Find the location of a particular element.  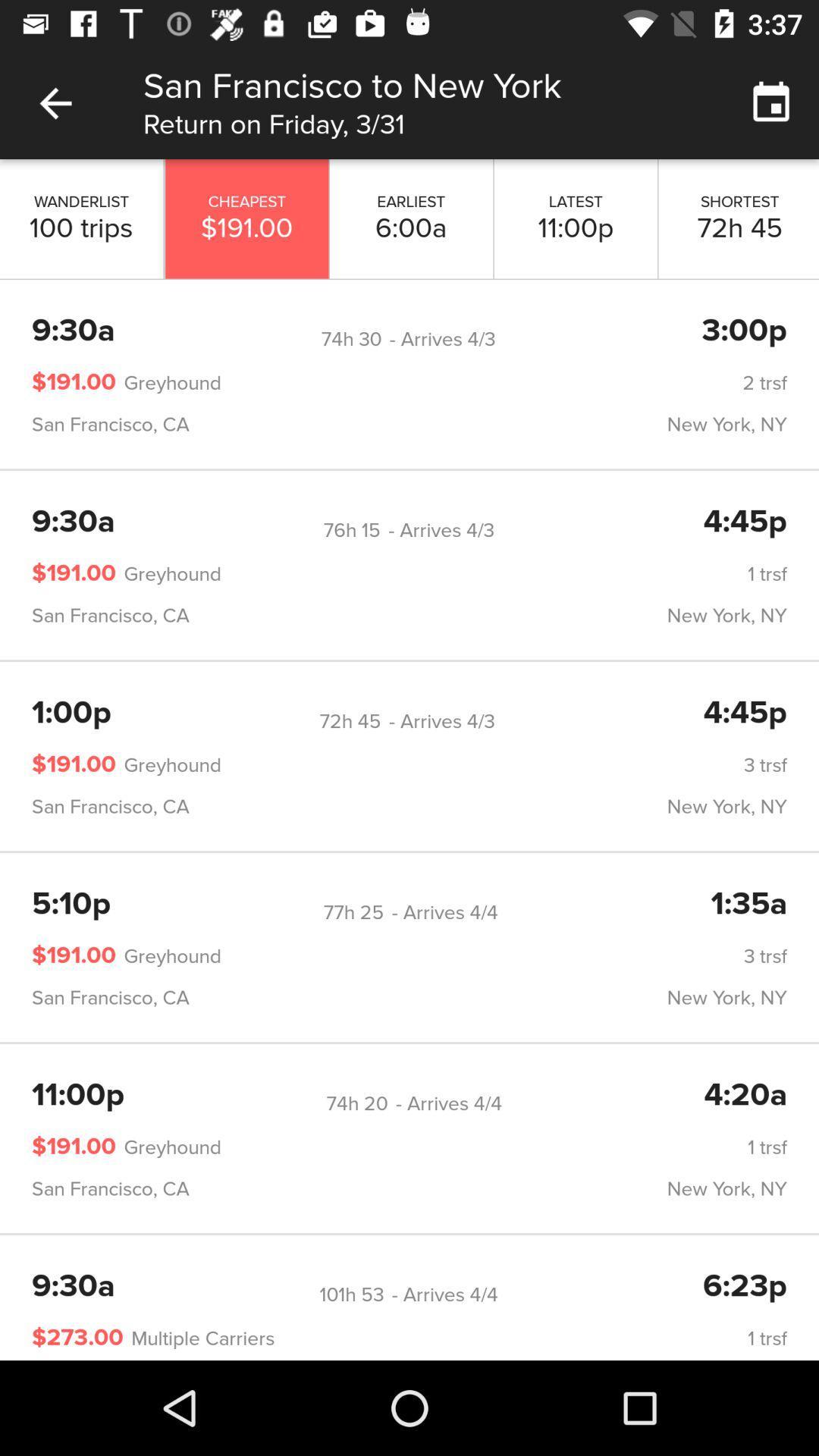

the icon to the left of the san francisco to icon is located at coordinates (55, 102).